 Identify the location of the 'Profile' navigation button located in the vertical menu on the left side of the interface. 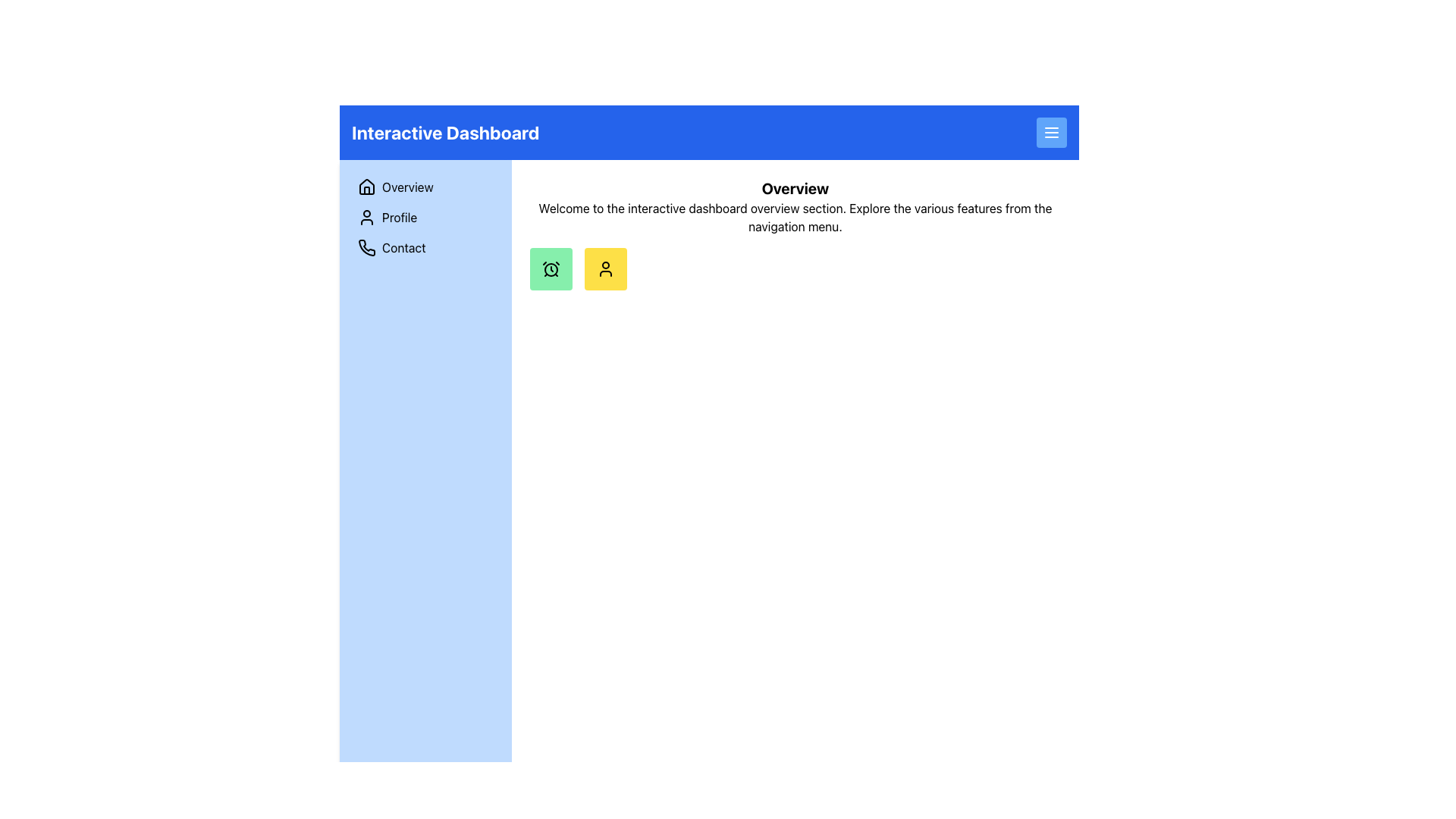
(425, 217).